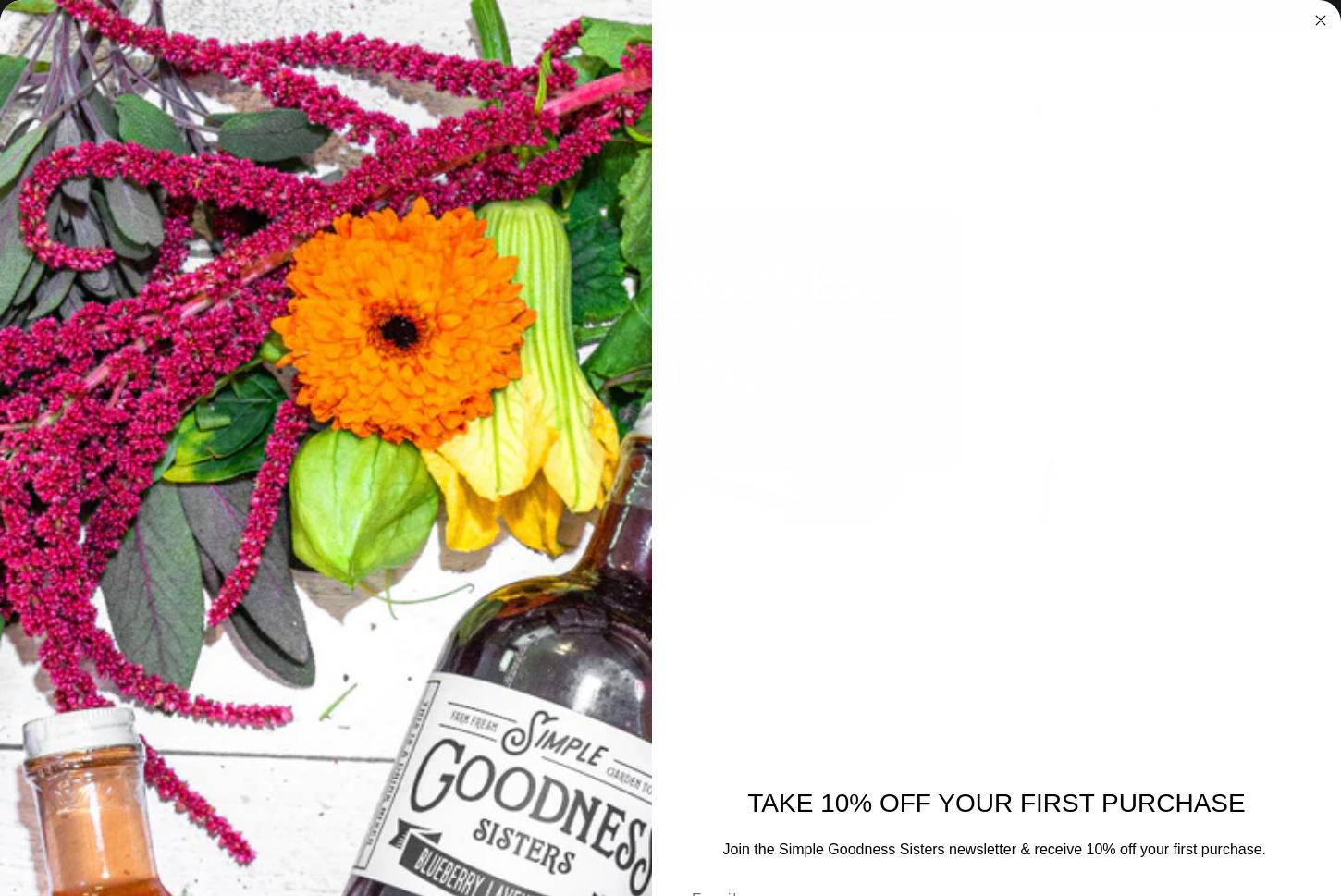  Describe the element at coordinates (889, 311) in the screenshot. I see `'Press'` at that location.